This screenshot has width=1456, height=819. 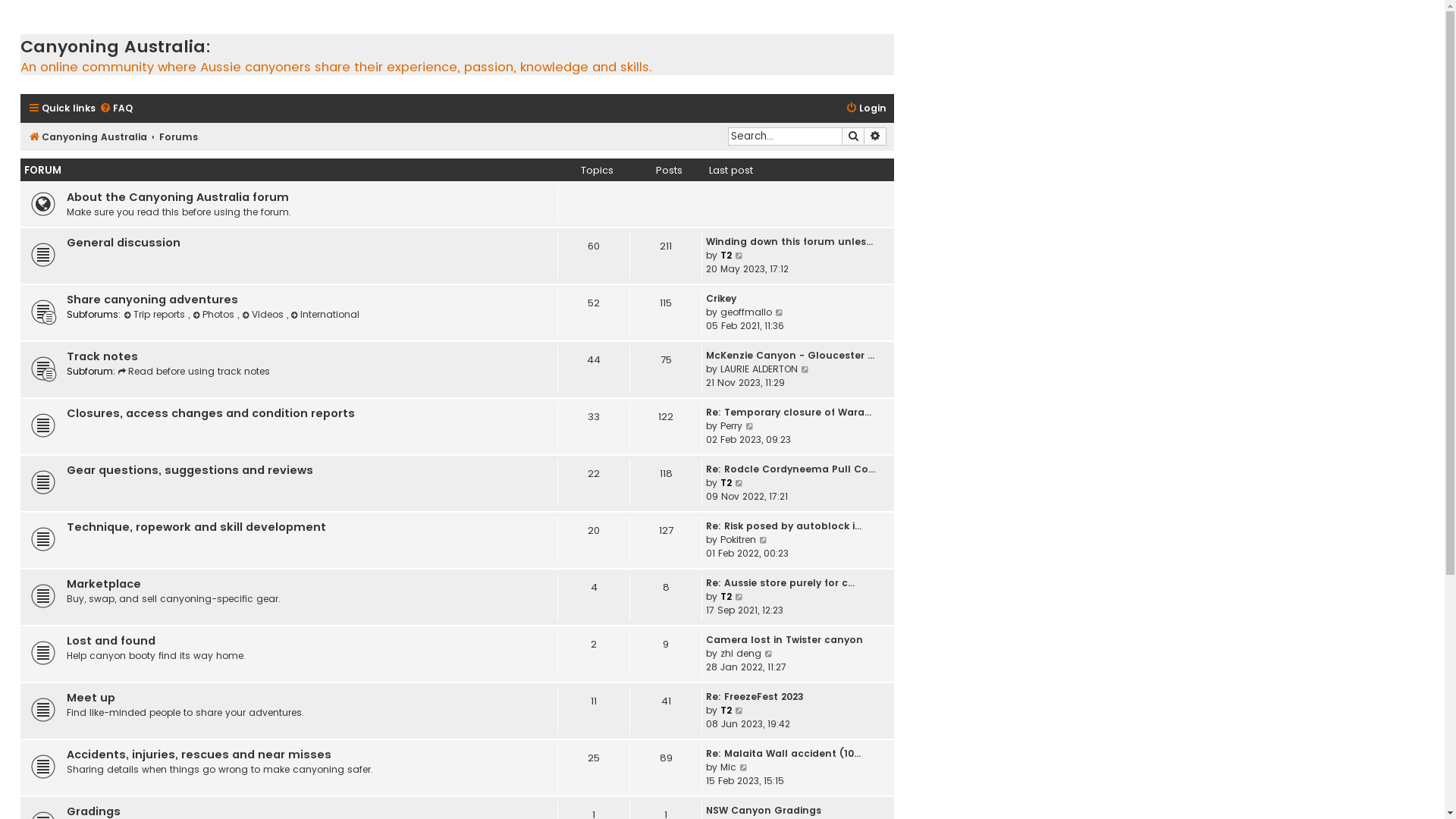 What do you see at coordinates (844, 108) in the screenshot?
I see `'Login'` at bounding box center [844, 108].